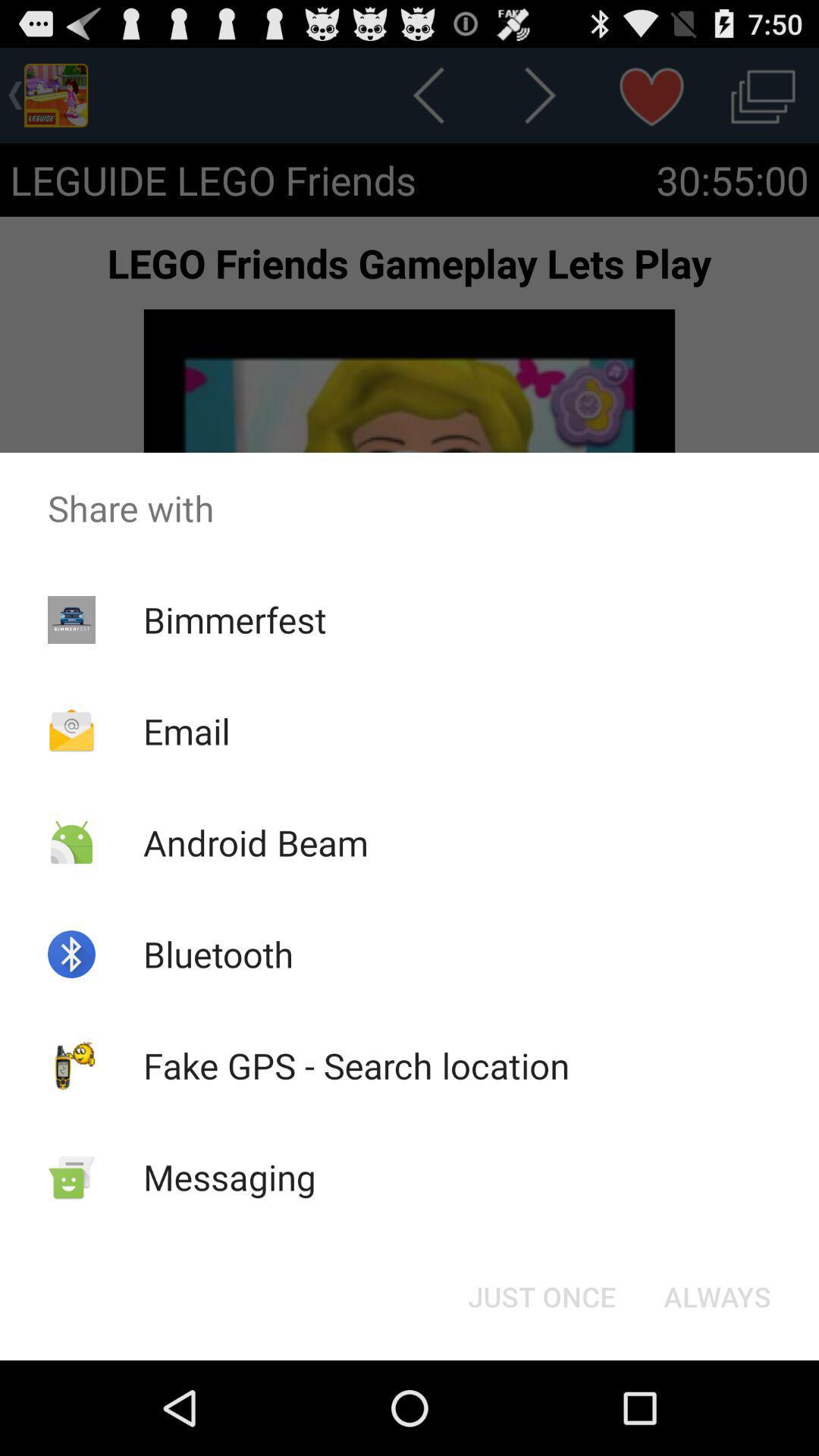 This screenshot has width=819, height=1456. What do you see at coordinates (218, 953) in the screenshot?
I see `the bluetooth` at bounding box center [218, 953].